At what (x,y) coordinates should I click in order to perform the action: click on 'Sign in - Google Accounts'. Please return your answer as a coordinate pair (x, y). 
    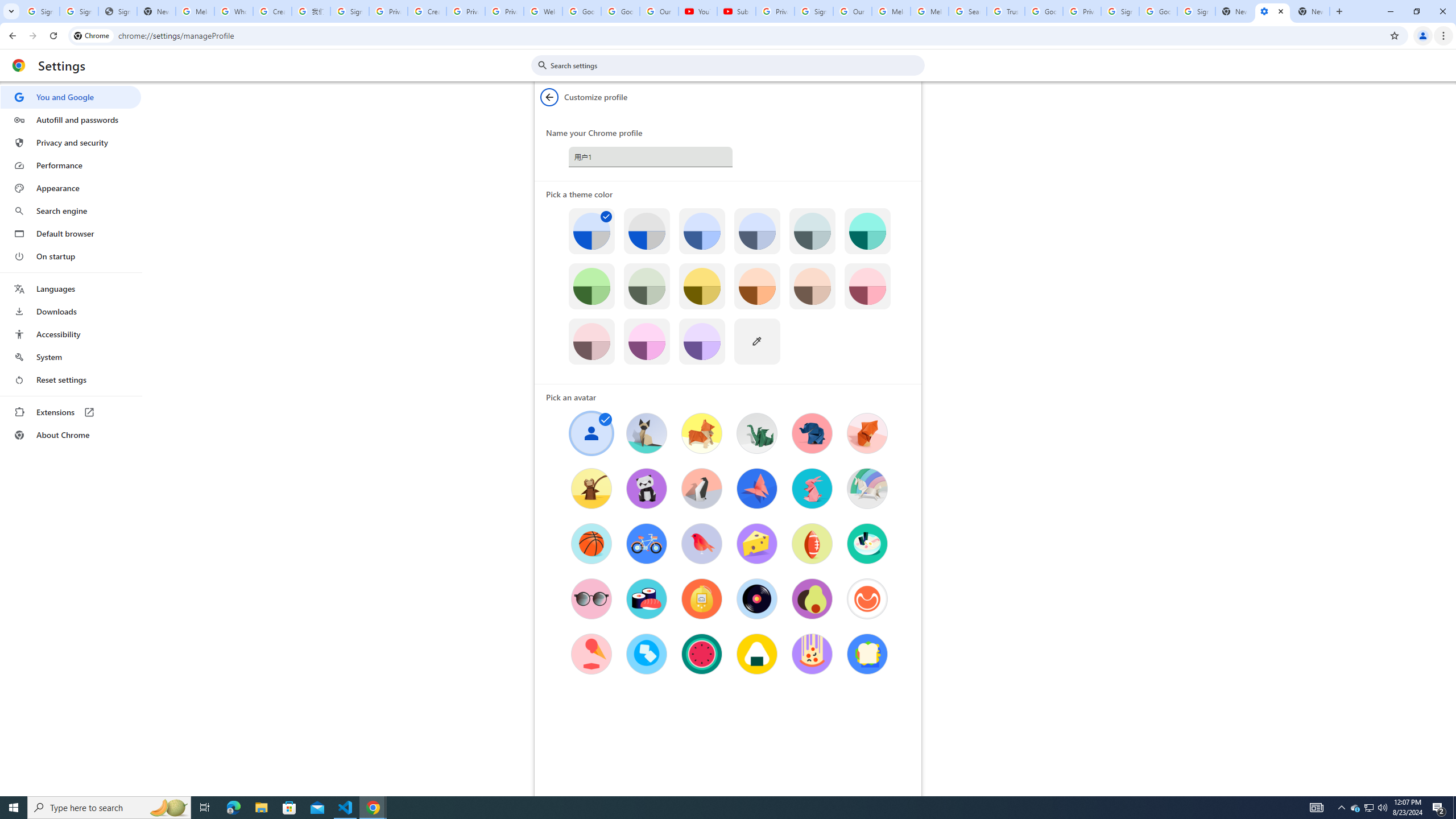
    Looking at the image, I should click on (1119, 11).